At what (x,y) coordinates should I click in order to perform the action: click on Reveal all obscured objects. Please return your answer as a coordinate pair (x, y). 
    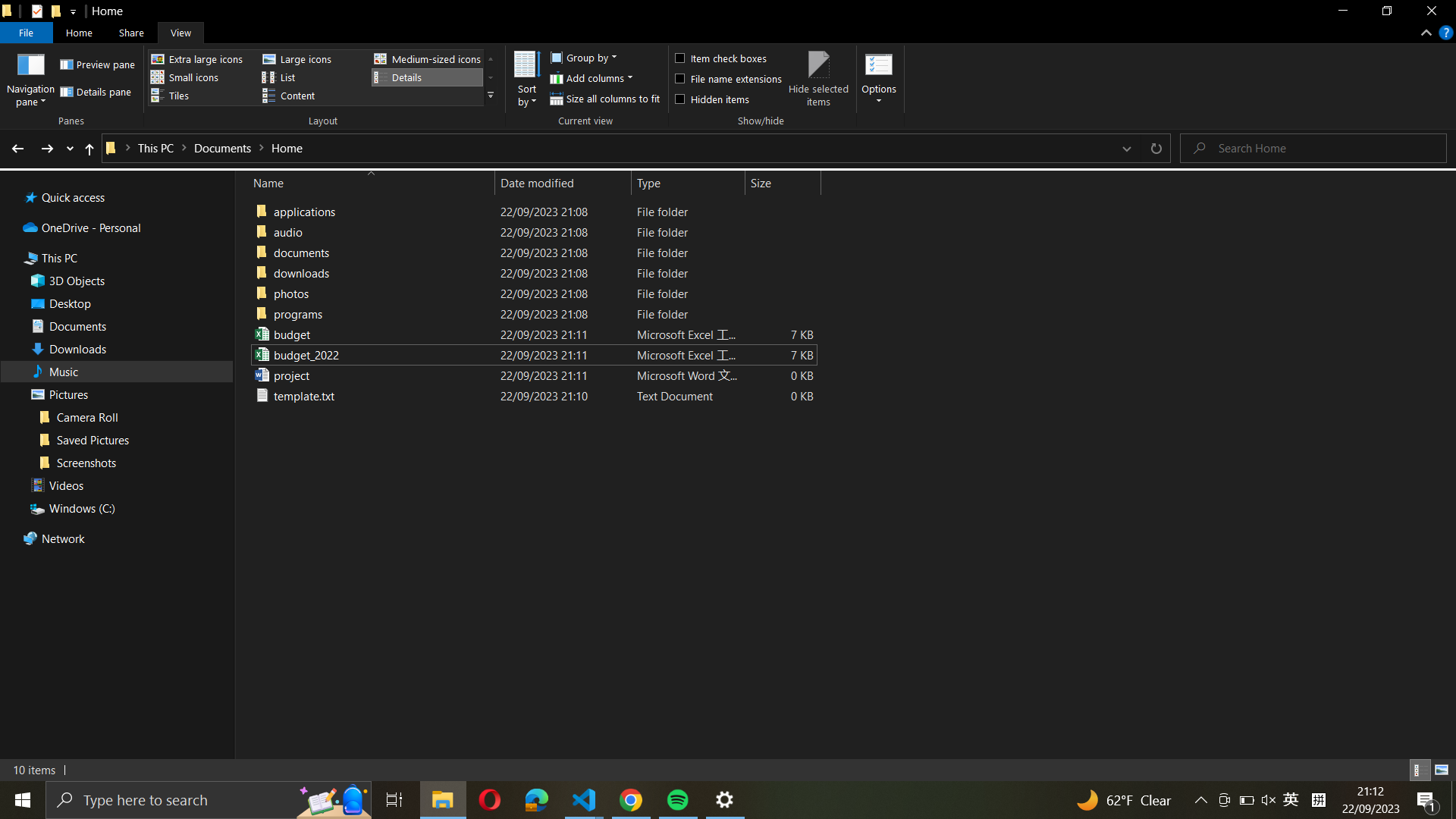
    Looking at the image, I should click on (726, 97).